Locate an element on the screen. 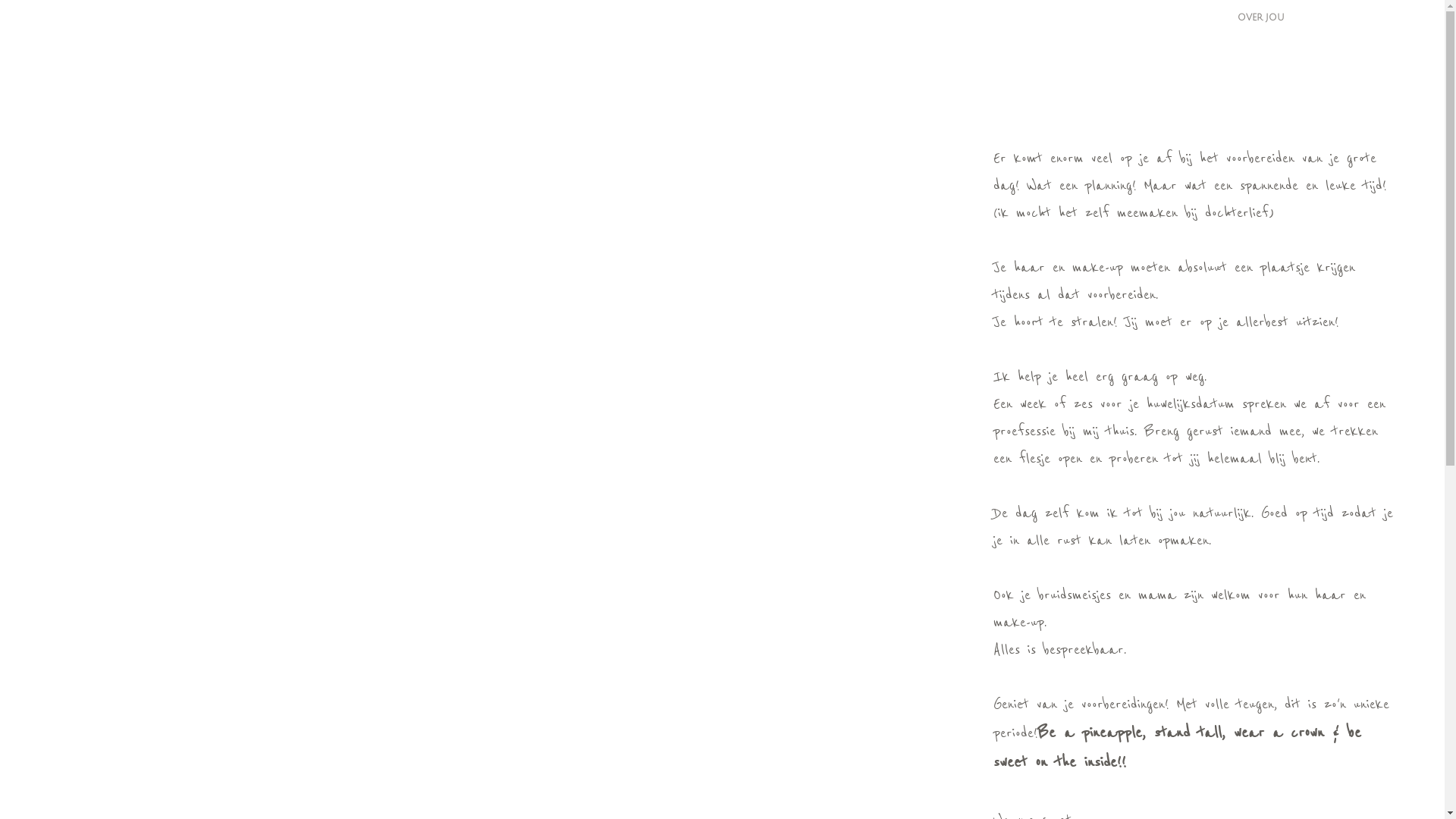  'OVER JOU' is located at coordinates (1215, 17).